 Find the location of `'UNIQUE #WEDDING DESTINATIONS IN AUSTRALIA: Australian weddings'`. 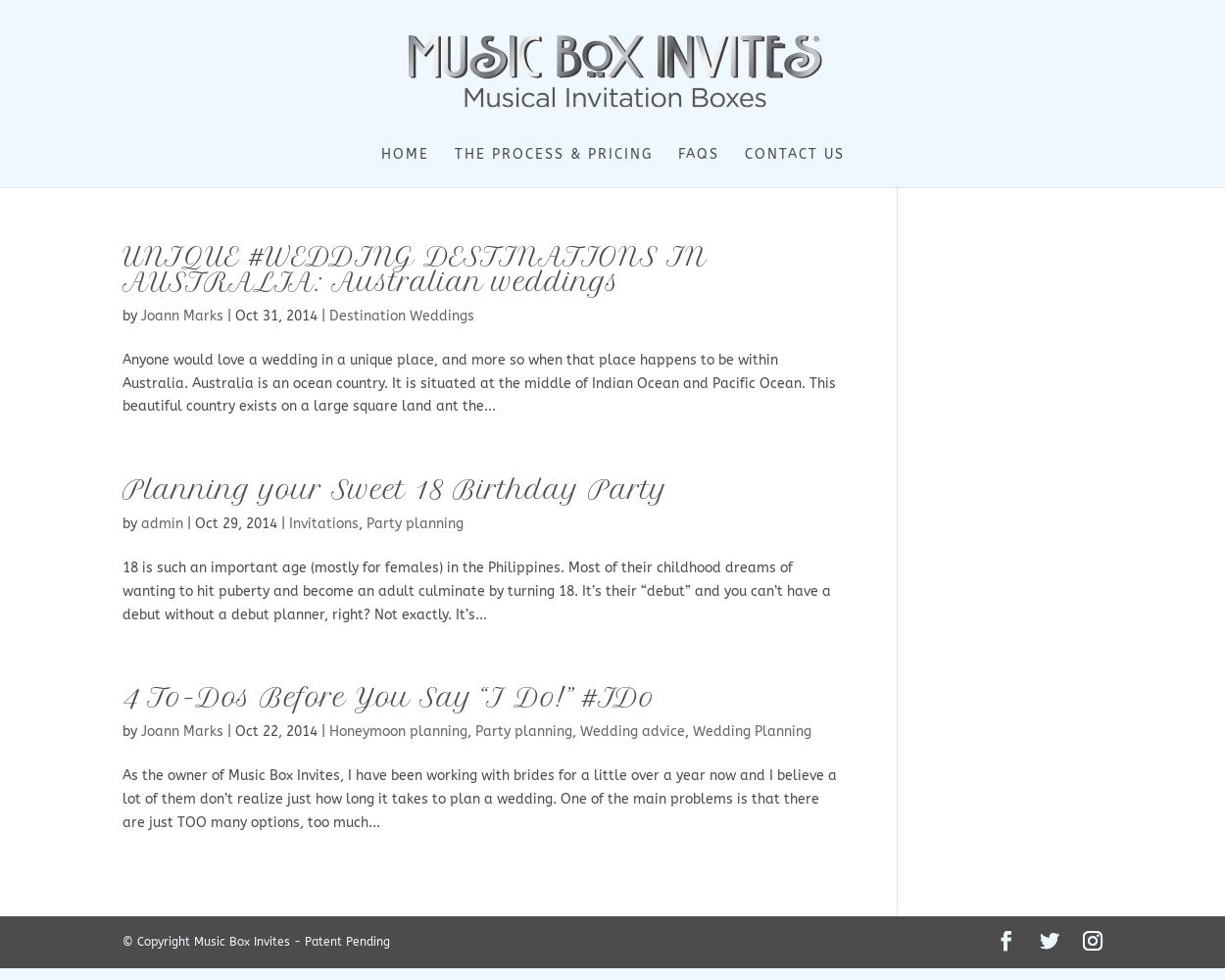

'UNIQUE #WEDDING DESTINATIONS IN AUSTRALIA: Australian weddings' is located at coordinates (415, 269).